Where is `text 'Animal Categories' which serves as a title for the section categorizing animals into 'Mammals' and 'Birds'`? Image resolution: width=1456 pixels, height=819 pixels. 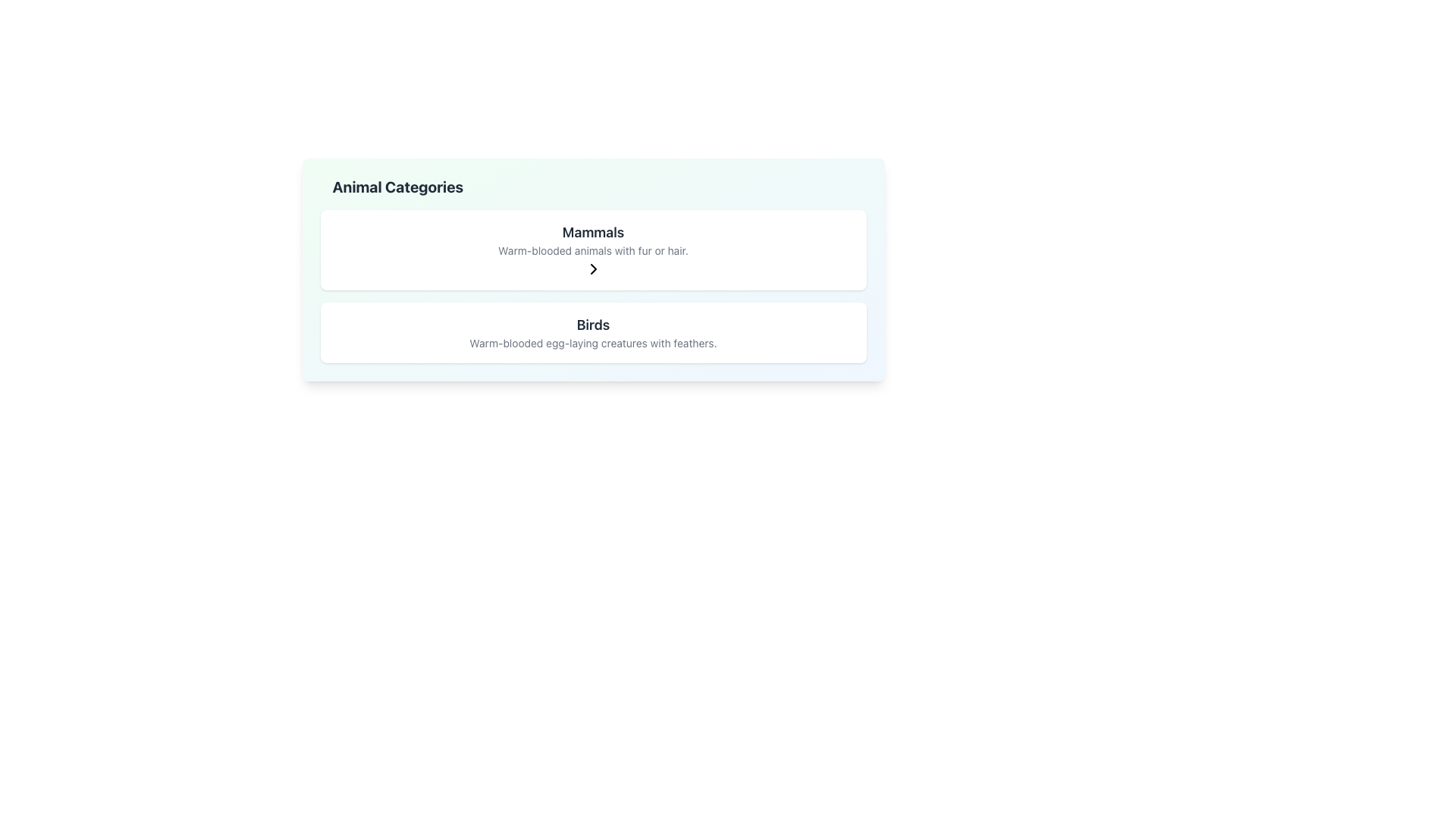 text 'Animal Categories' which serves as a title for the section categorizing animals into 'Mammals' and 'Birds' is located at coordinates (397, 186).